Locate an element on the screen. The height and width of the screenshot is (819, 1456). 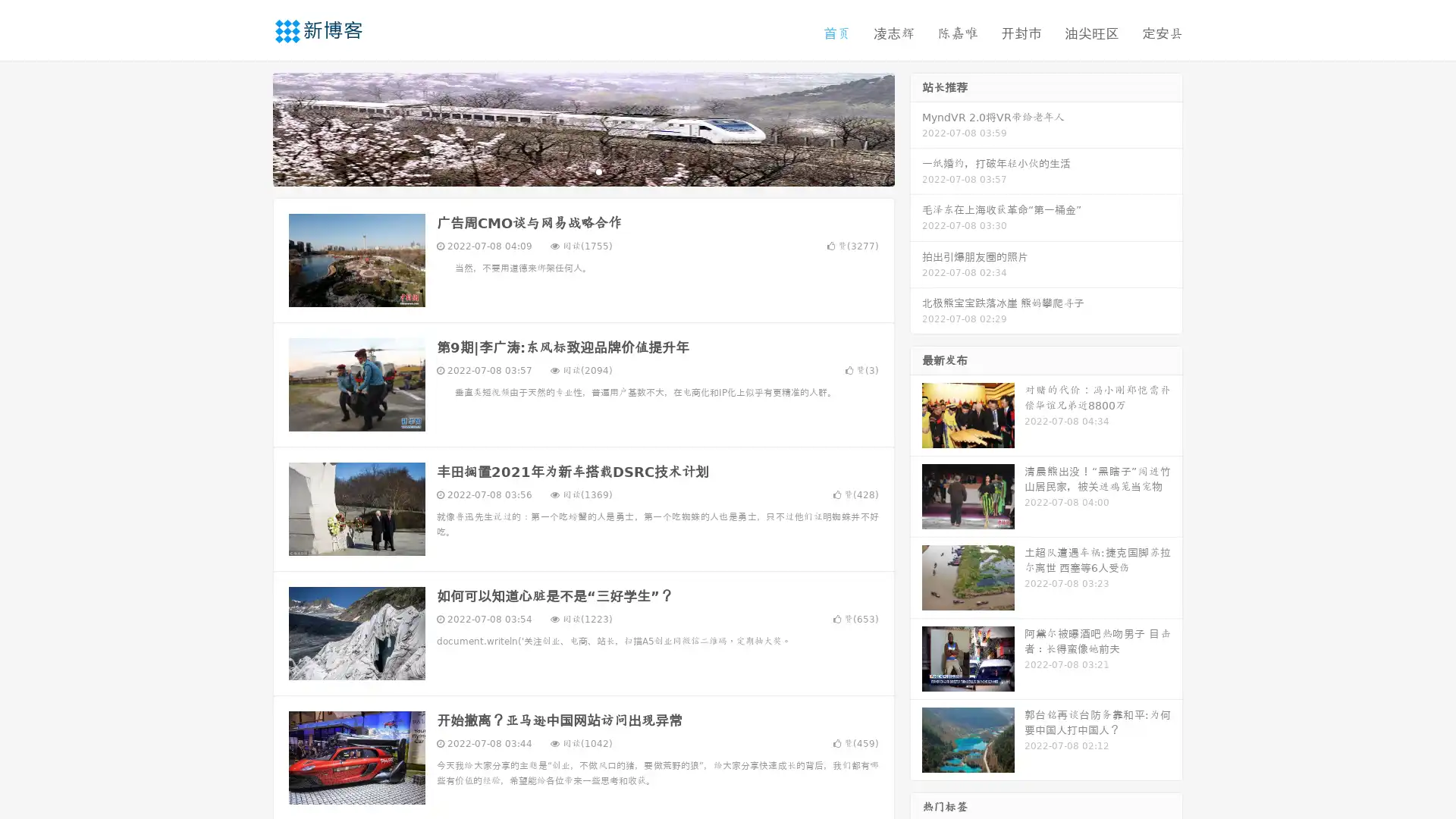
Go to slide 1 is located at coordinates (567, 171).